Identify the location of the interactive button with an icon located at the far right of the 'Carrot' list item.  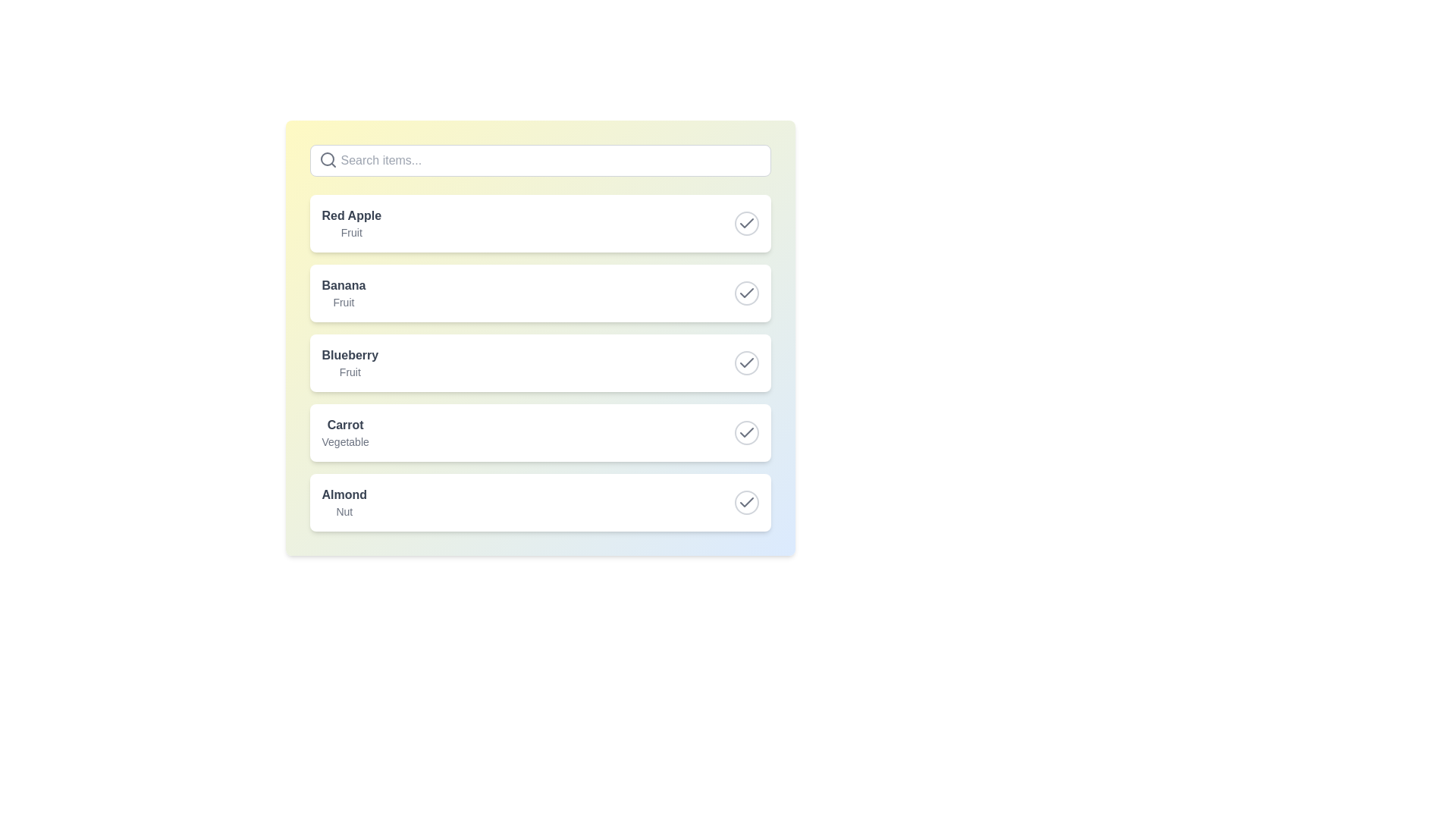
(746, 432).